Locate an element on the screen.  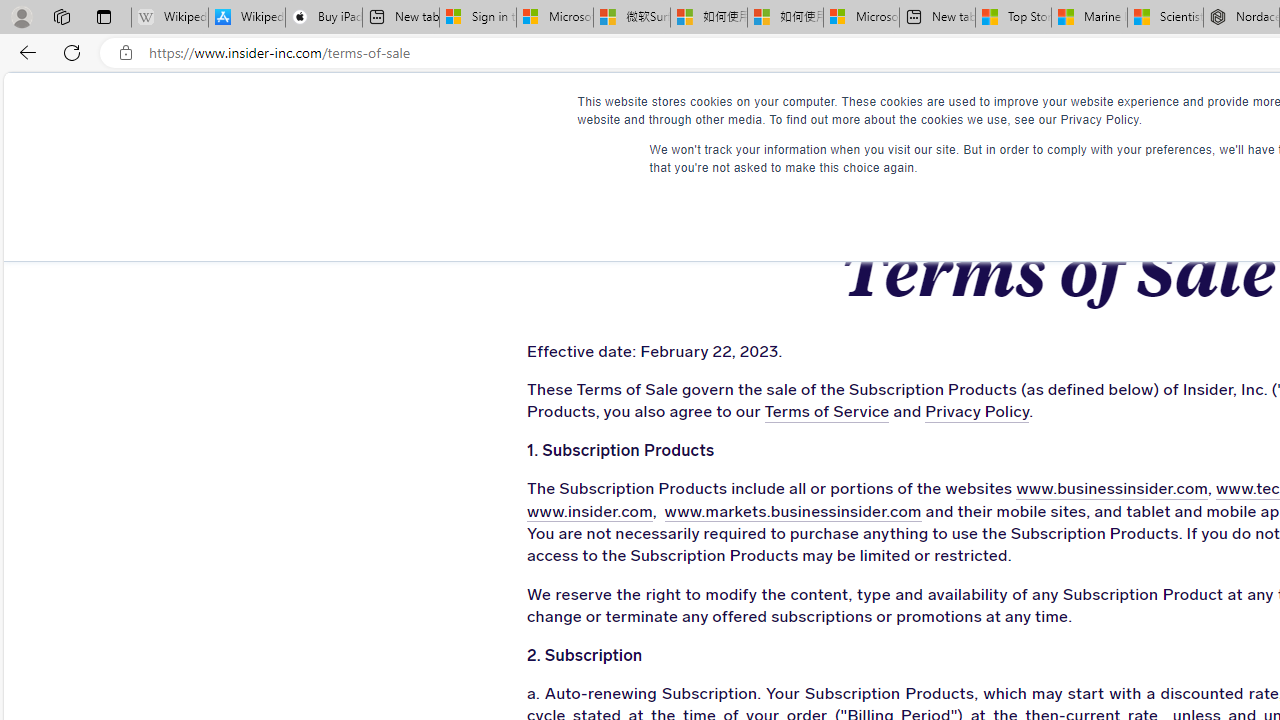
'www.markets.businessinsider.com' is located at coordinates (791, 510).